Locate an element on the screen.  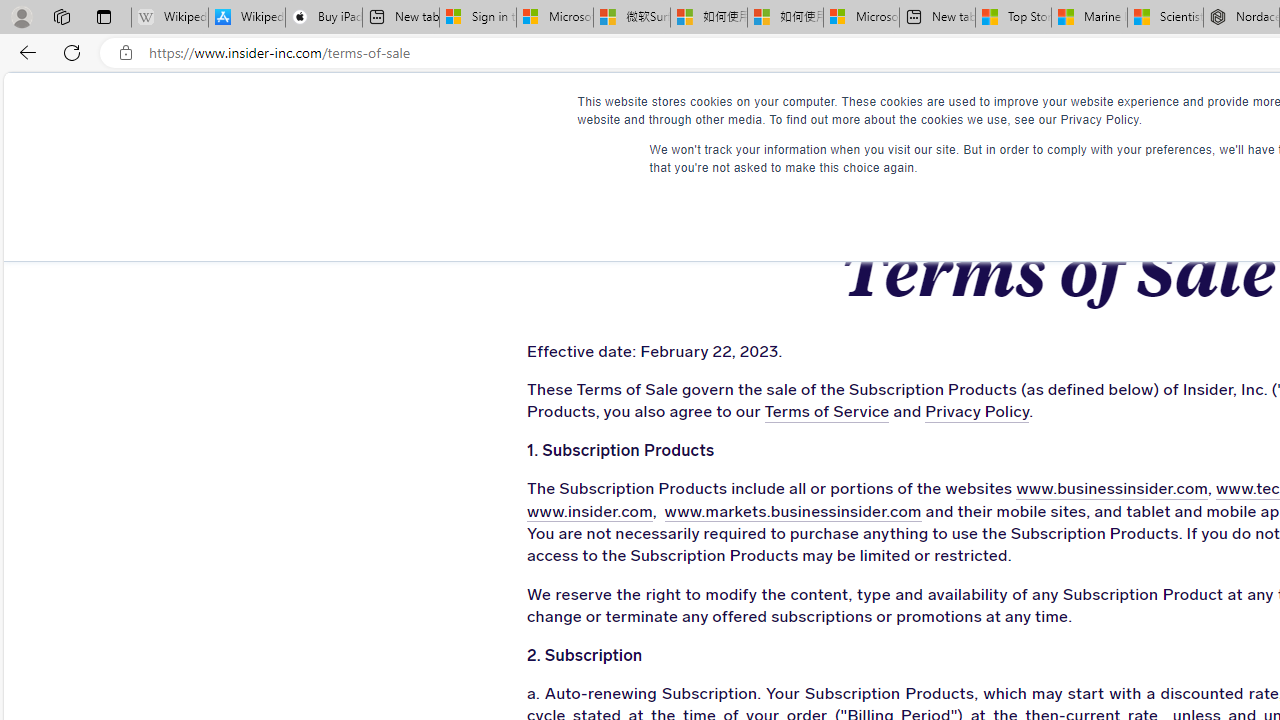
'www.markets.businessinsider.com' is located at coordinates (791, 510).